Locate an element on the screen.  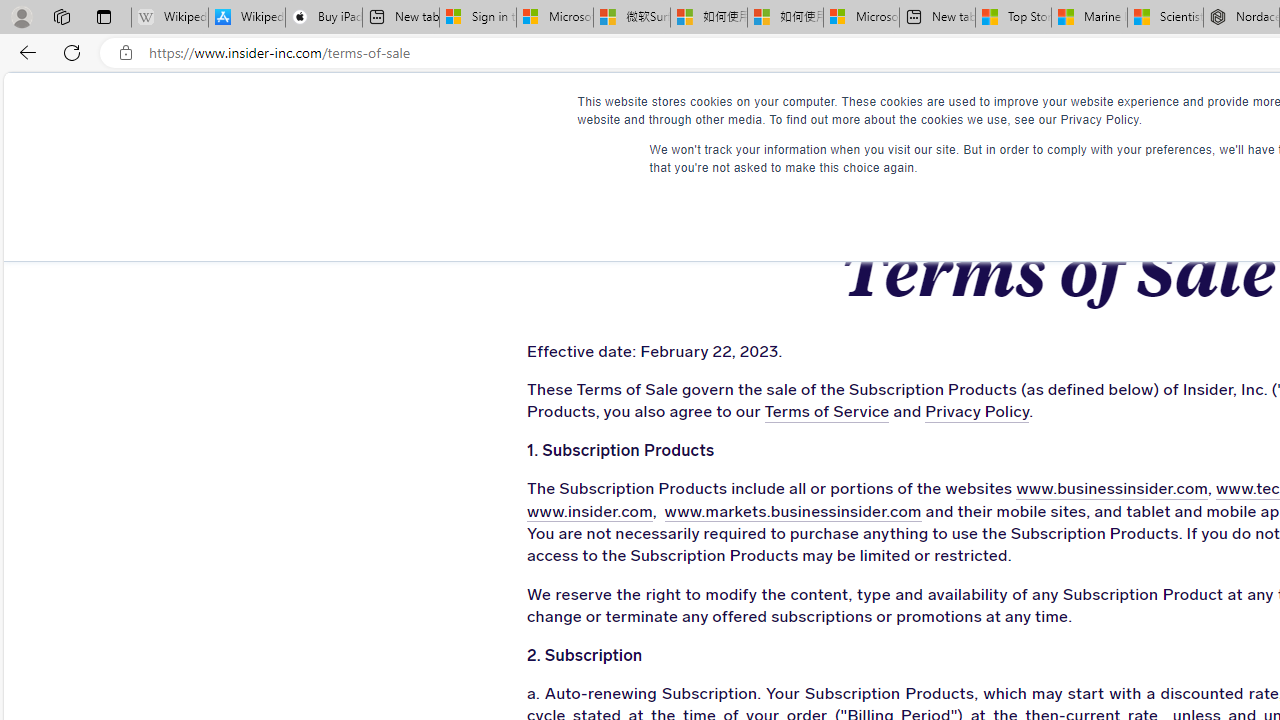
'www.markets.businessinsider.com' is located at coordinates (791, 510).